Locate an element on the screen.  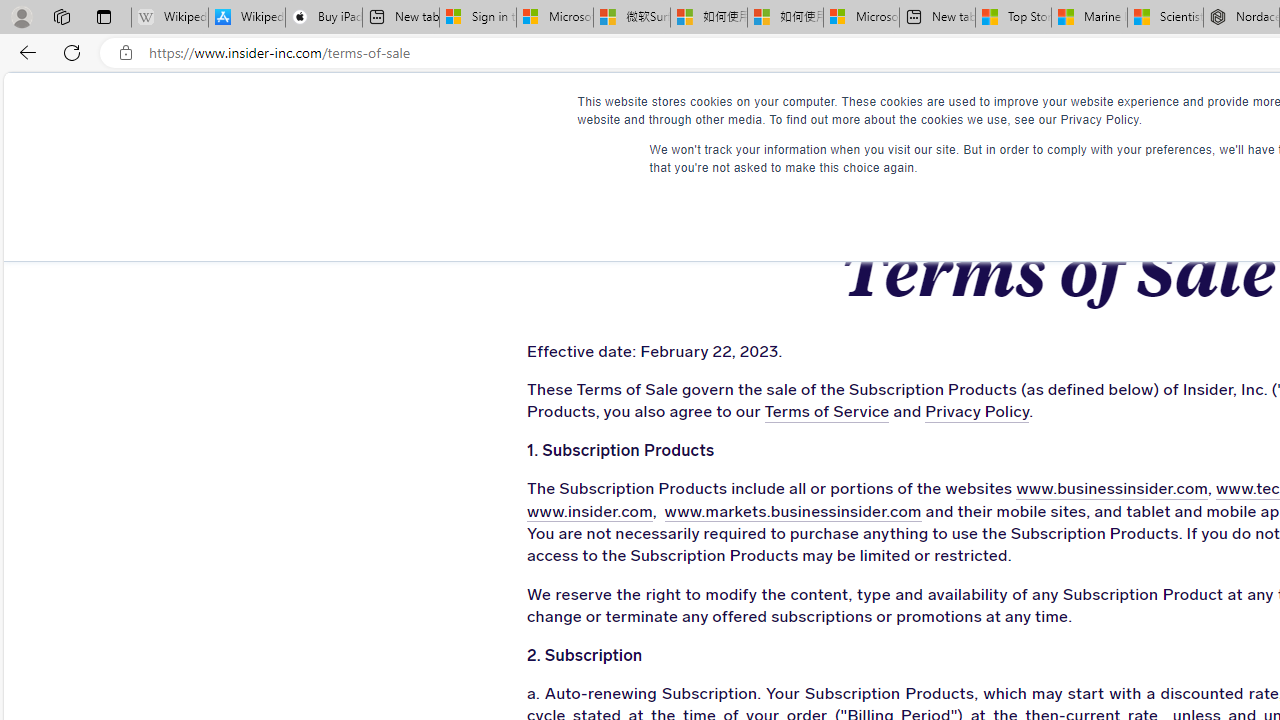
'www.markets.businessinsider.com' is located at coordinates (791, 510).